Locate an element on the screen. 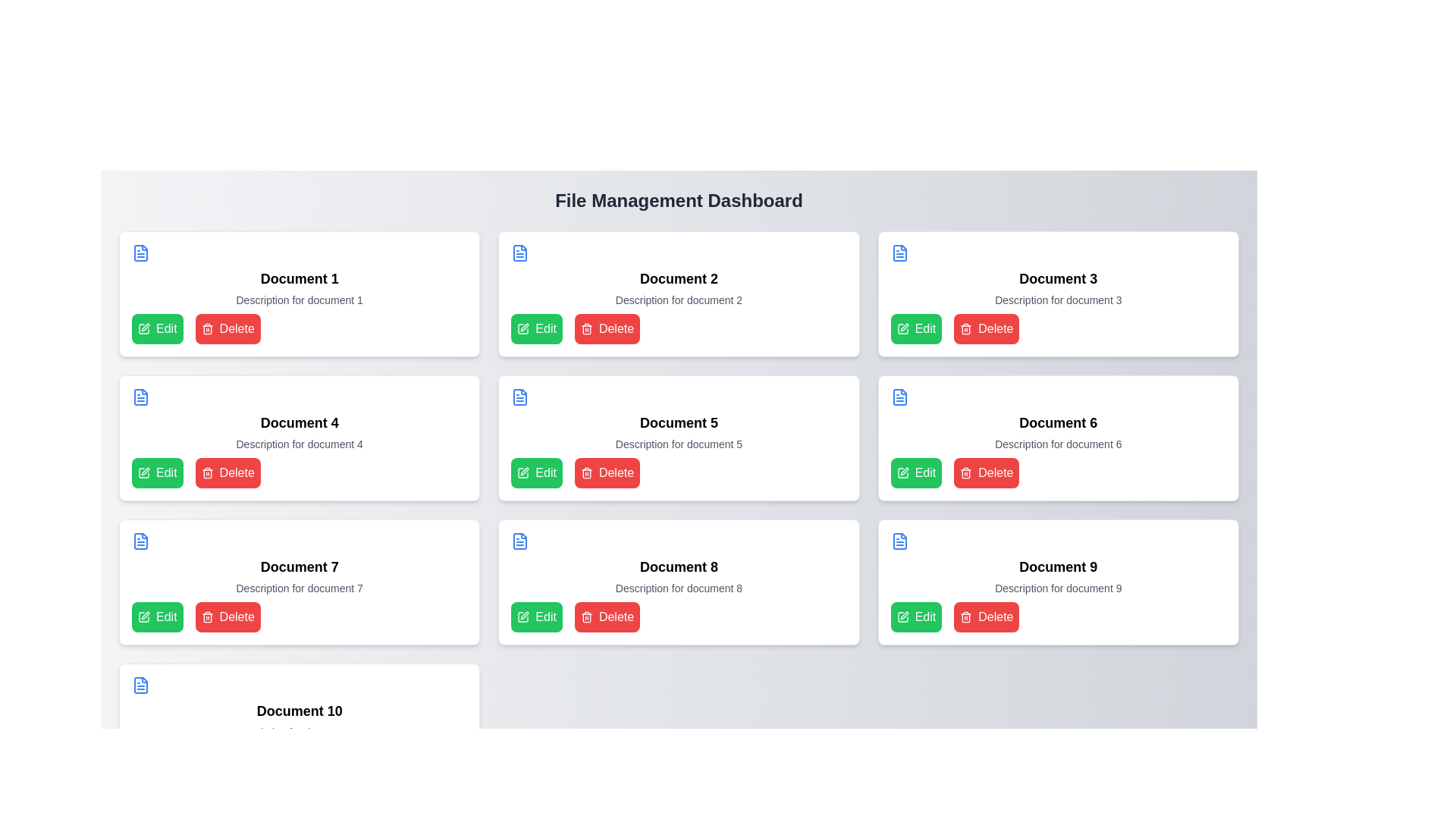 The height and width of the screenshot is (819, 1456). the red trash bin icon within the 'Delete' button is located at coordinates (965, 617).